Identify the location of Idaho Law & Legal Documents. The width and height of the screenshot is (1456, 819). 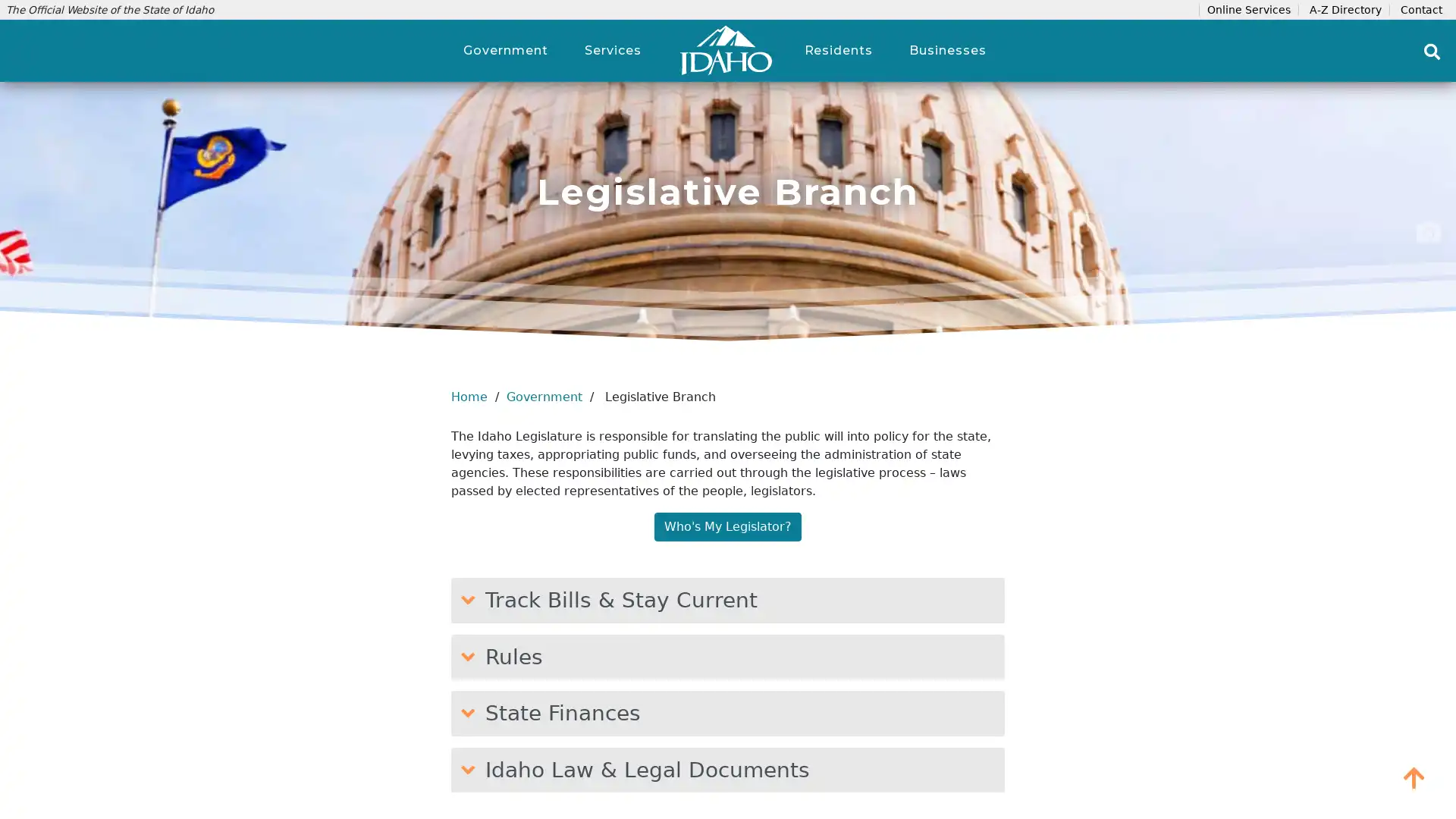
(728, 769).